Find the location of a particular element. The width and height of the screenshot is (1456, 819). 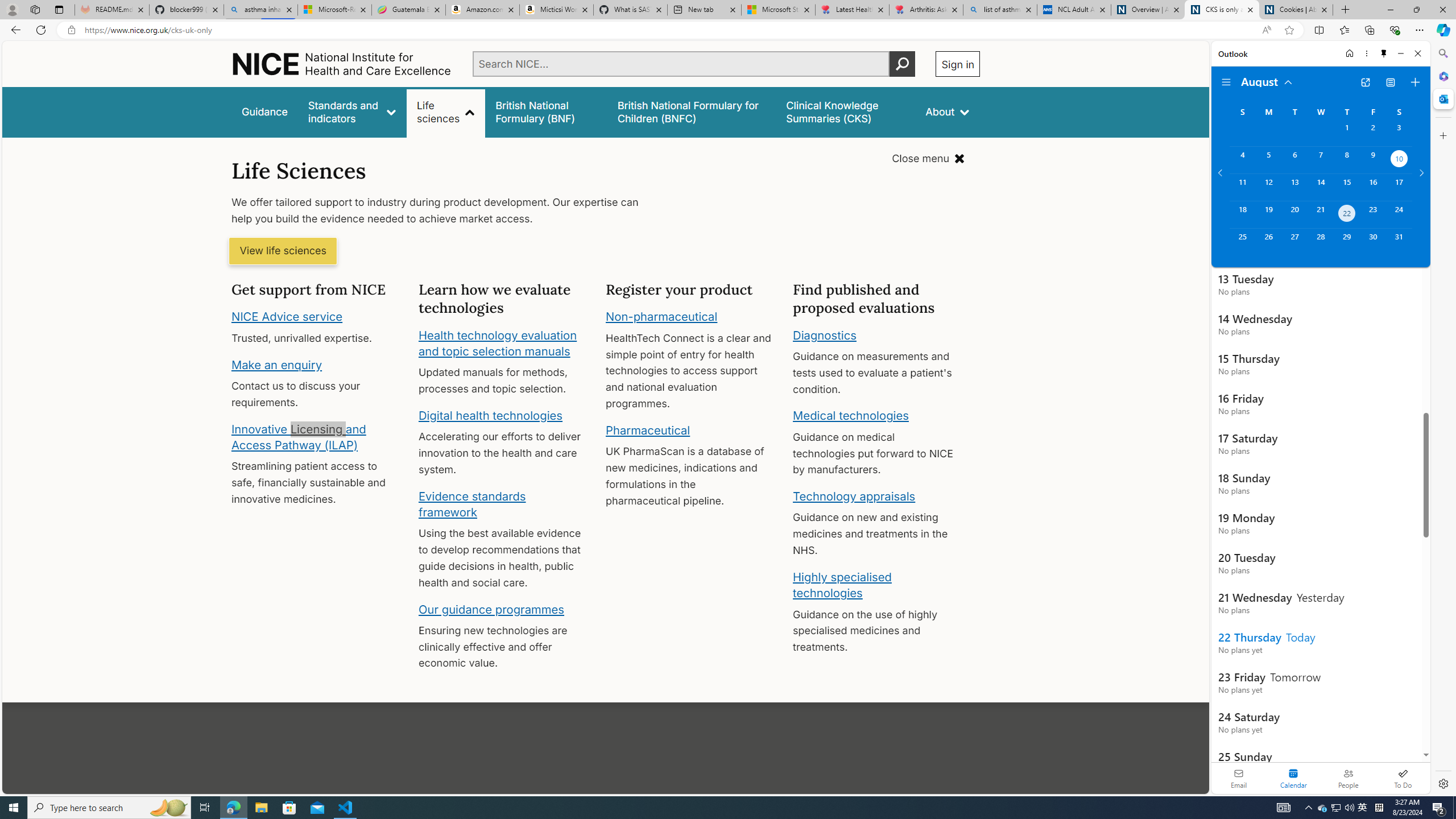

'Wednesday, August 28, 2024. ' is located at coordinates (1319, 242).